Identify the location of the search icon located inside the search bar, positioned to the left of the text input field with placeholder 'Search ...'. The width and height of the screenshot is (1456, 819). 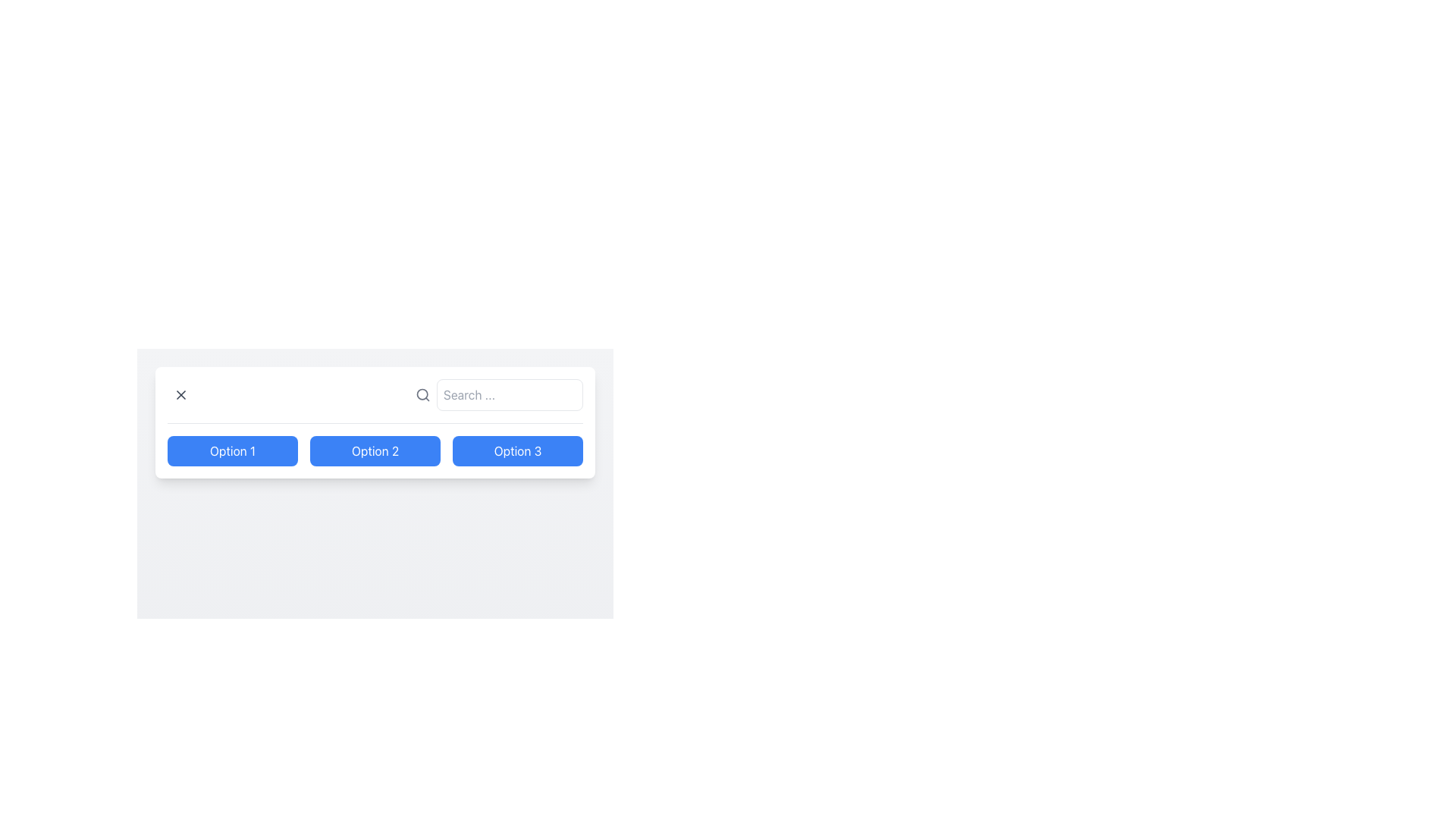
(422, 394).